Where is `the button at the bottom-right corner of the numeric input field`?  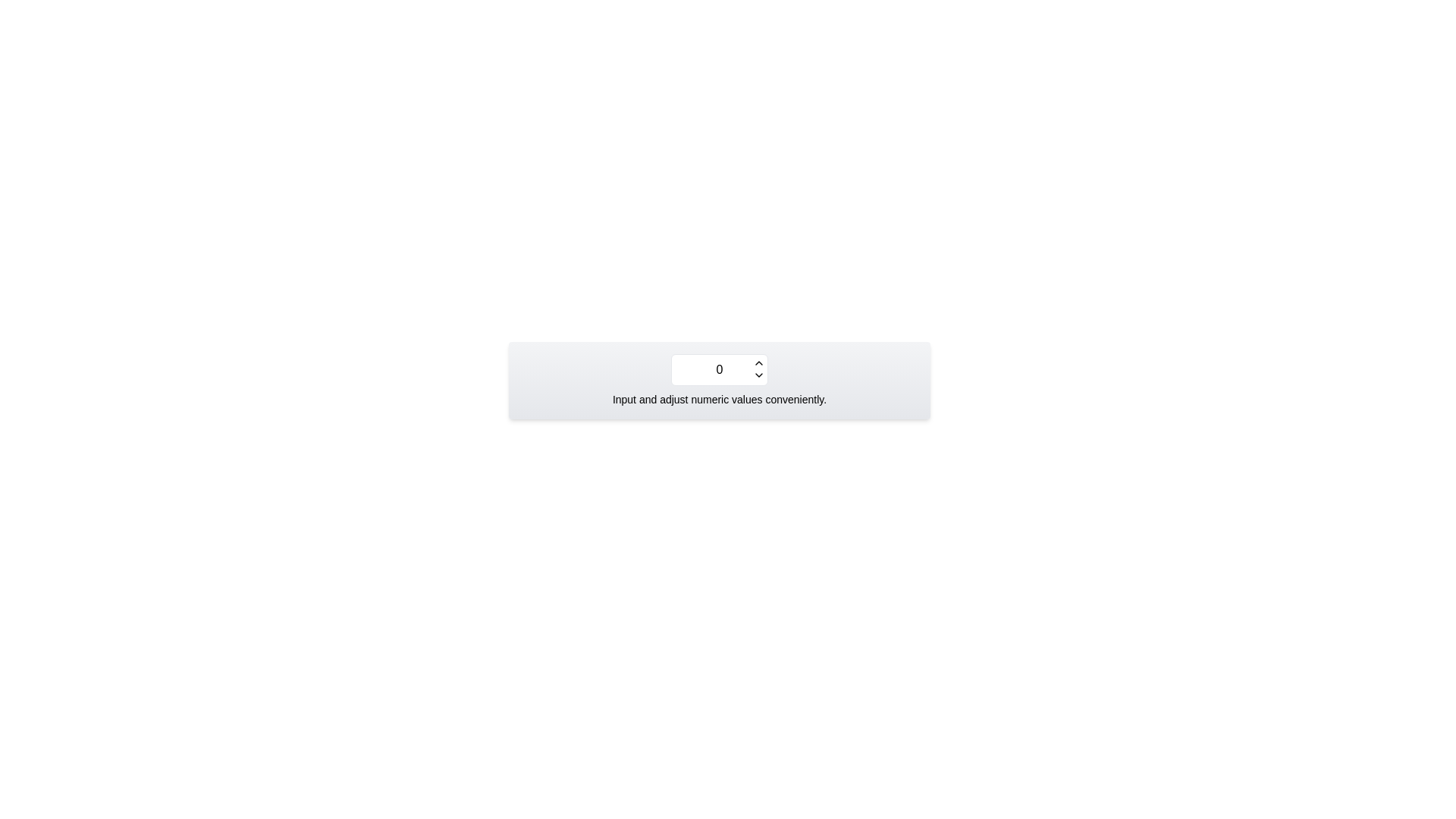
the button at the bottom-right corner of the numeric input field is located at coordinates (759, 375).